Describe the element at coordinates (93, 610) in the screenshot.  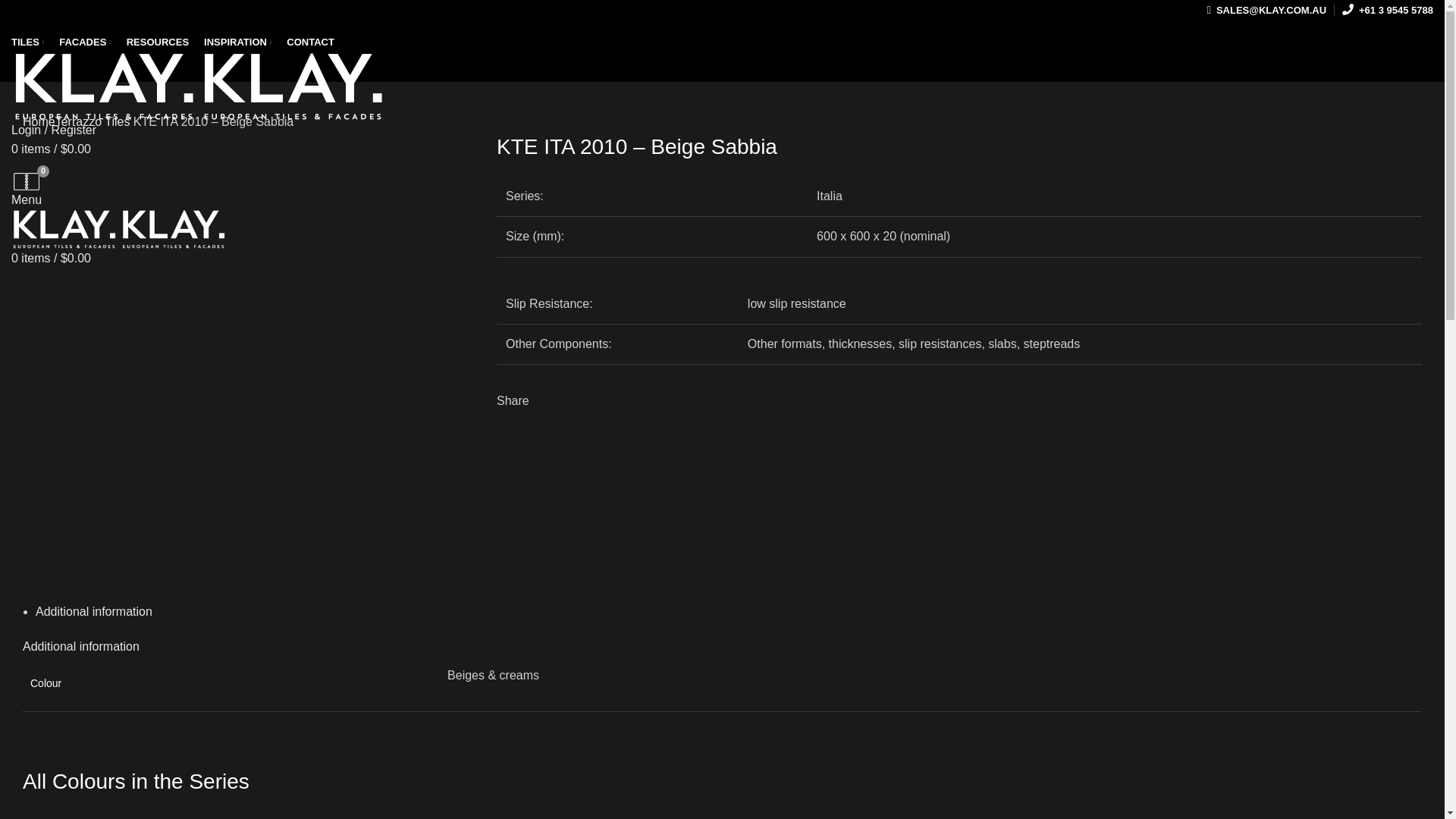
I see `'Additional information'` at that location.